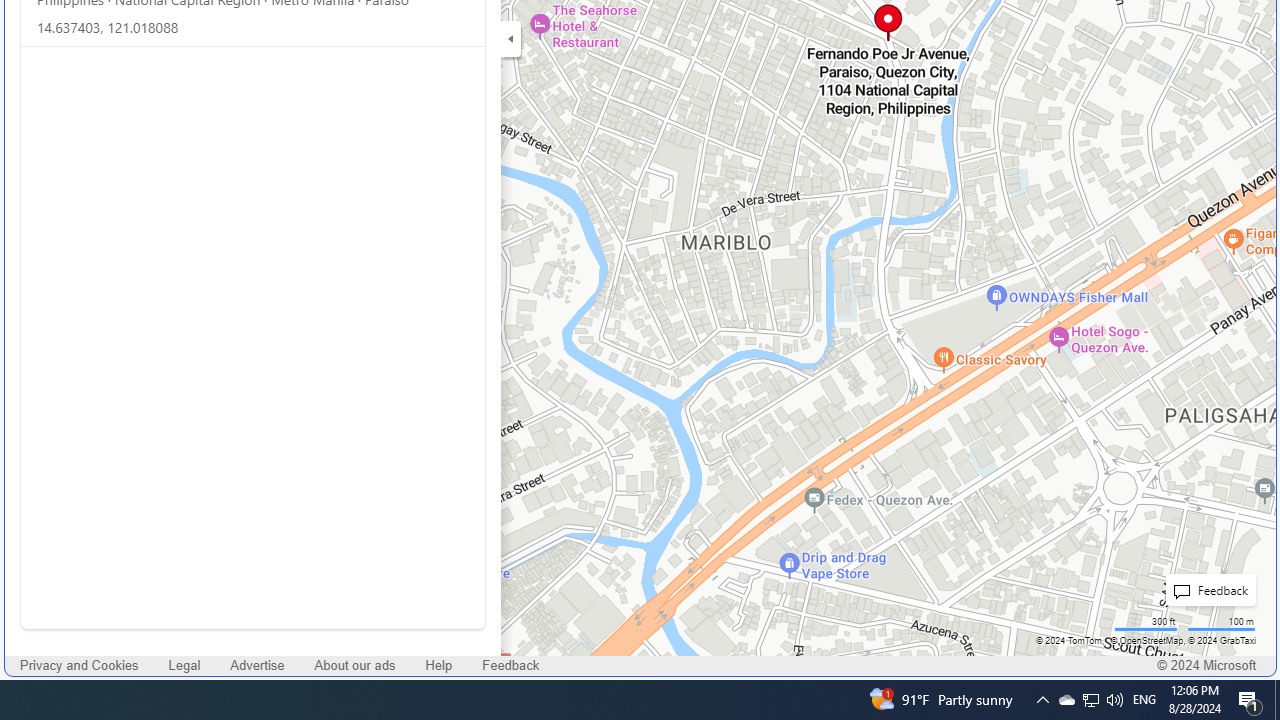 Image resolution: width=1280 pixels, height=720 pixels. Describe the element at coordinates (184, 665) in the screenshot. I see `'Legal'` at that location.